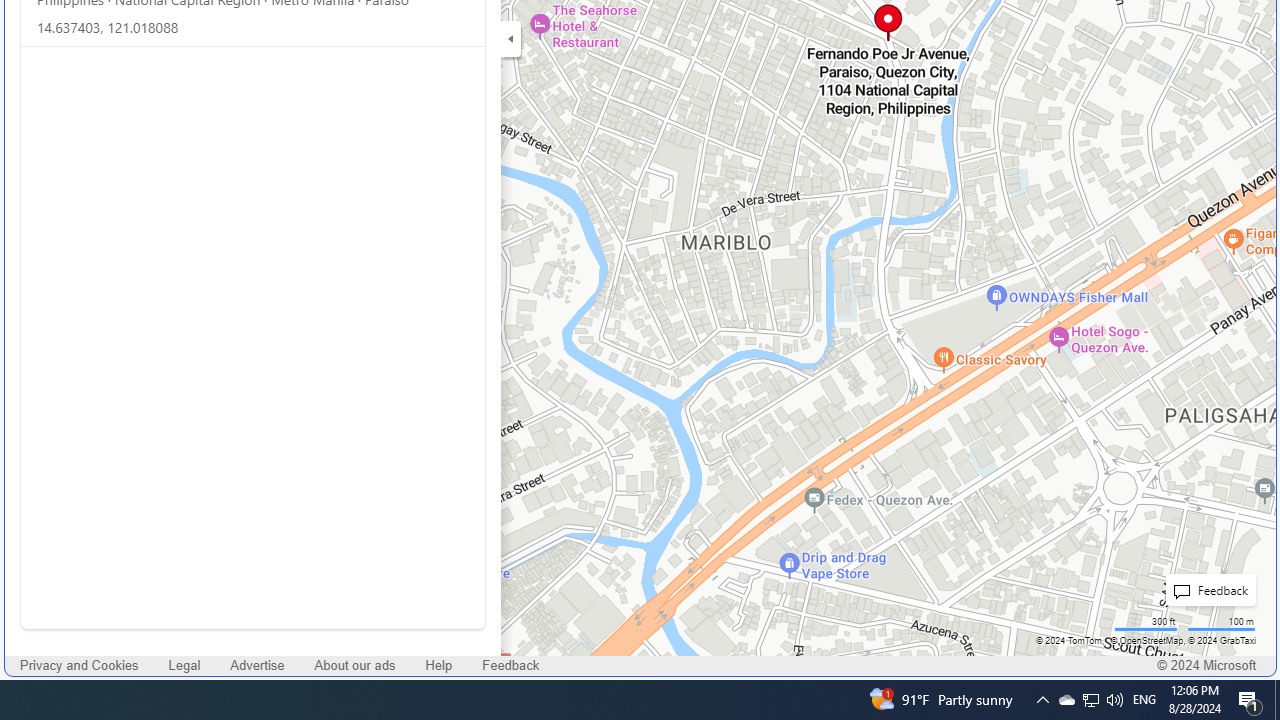 Image resolution: width=1280 pixels, height=720 pixels. Describe the element at coordinates (184, 665) in the screenshot. I see `'Legal'` at that location.